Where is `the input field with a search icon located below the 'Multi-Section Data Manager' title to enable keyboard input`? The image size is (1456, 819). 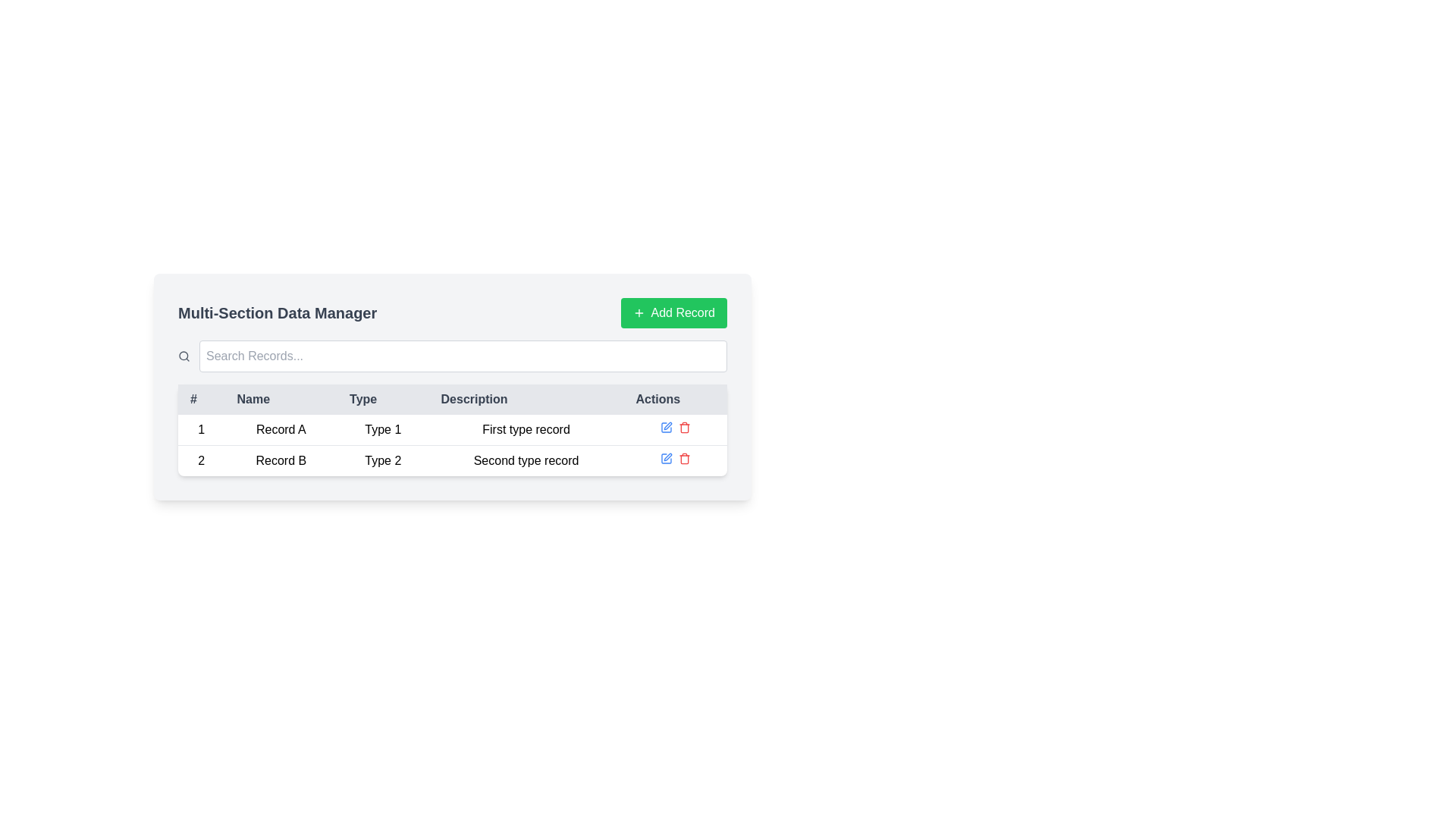 the input field with a search icon located below the 'Multi-Section Data Manager' title to enable keyboard input is located at coordinates (451, 356).